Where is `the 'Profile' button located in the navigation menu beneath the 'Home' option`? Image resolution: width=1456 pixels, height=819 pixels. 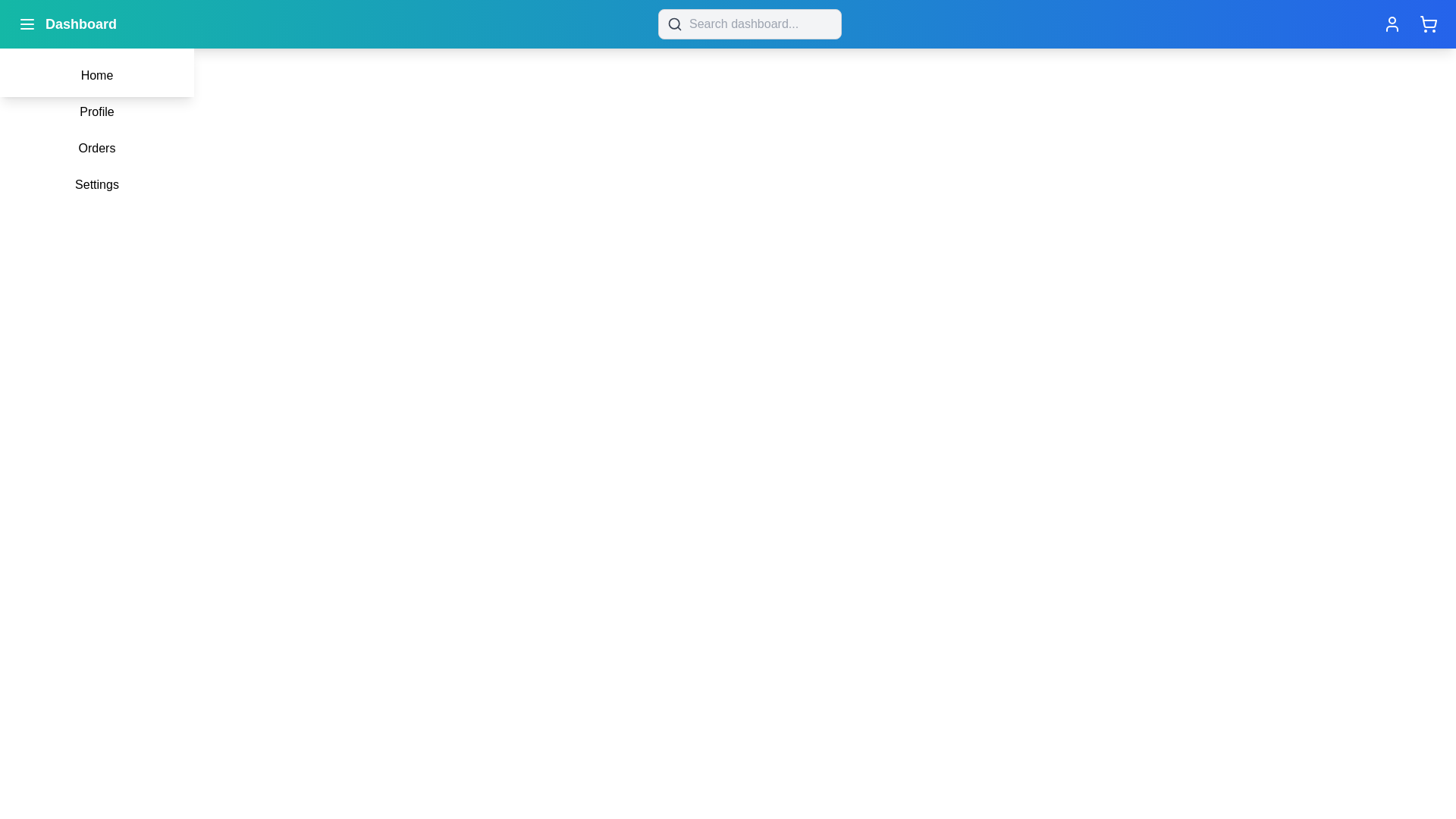 the 'Profile' button located in the navigation menu beneath the 'Home' option is located at coordinates (96, 111).